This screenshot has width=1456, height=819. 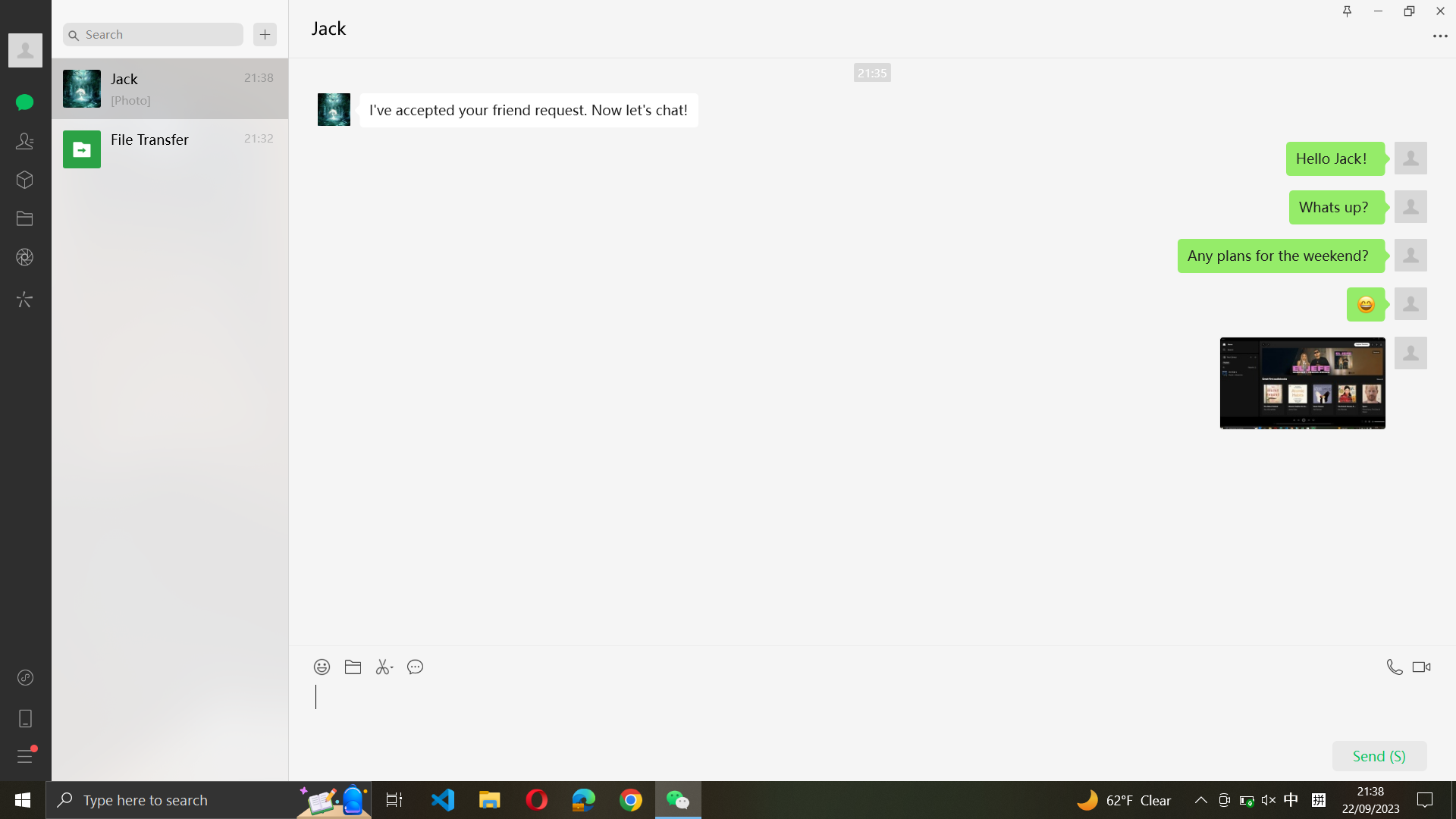 What do you see at coordinates (872, 353) in the screenshot?
I see `Navigate upwards in your conversation with Jack` at bounding box center [872, 353].